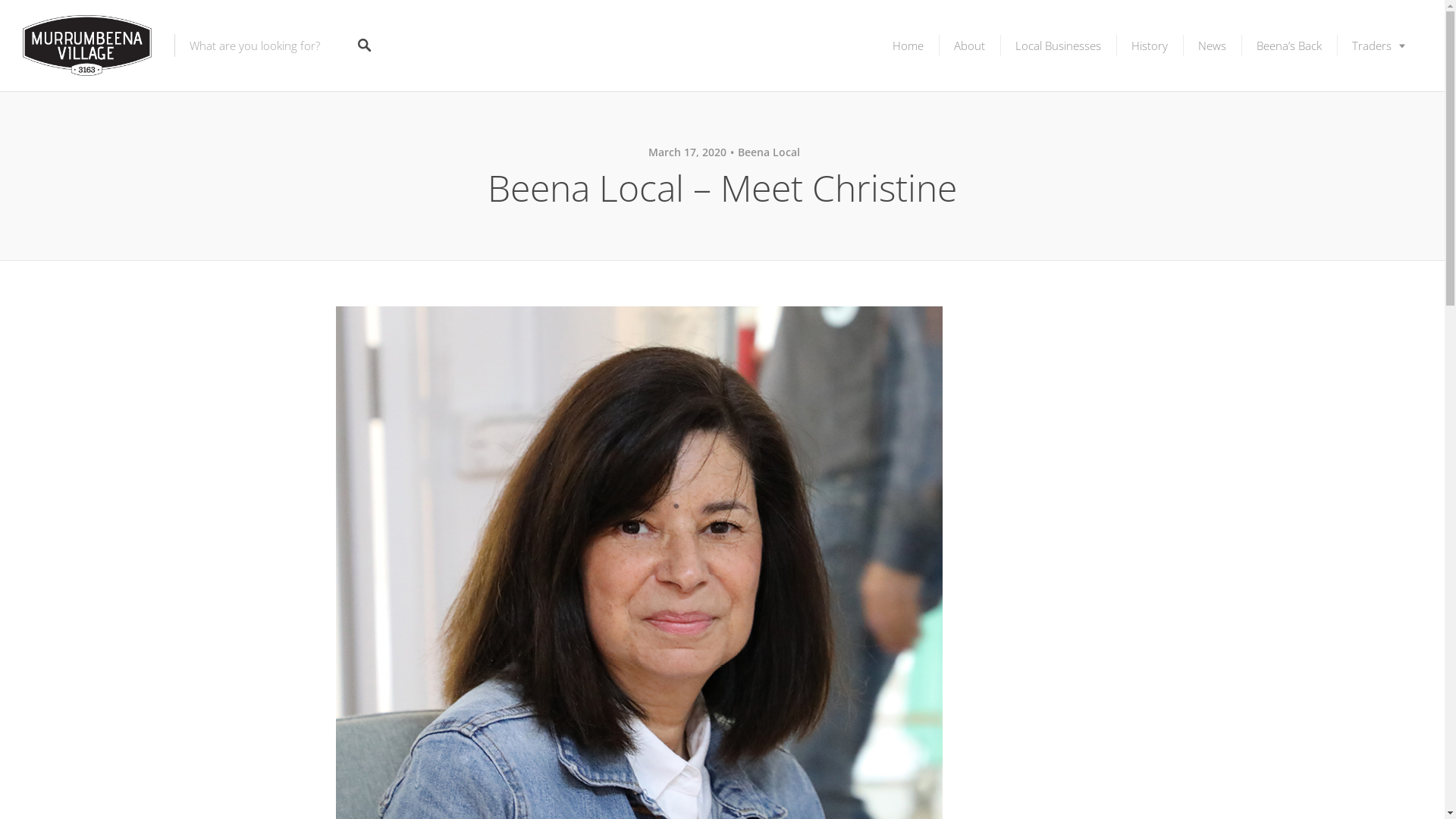 The image size is (1456, 819). What do you see at coordinates (1379, 45) in the screenshot?
I see `'Traders'` at bounding box center [1379, 45].